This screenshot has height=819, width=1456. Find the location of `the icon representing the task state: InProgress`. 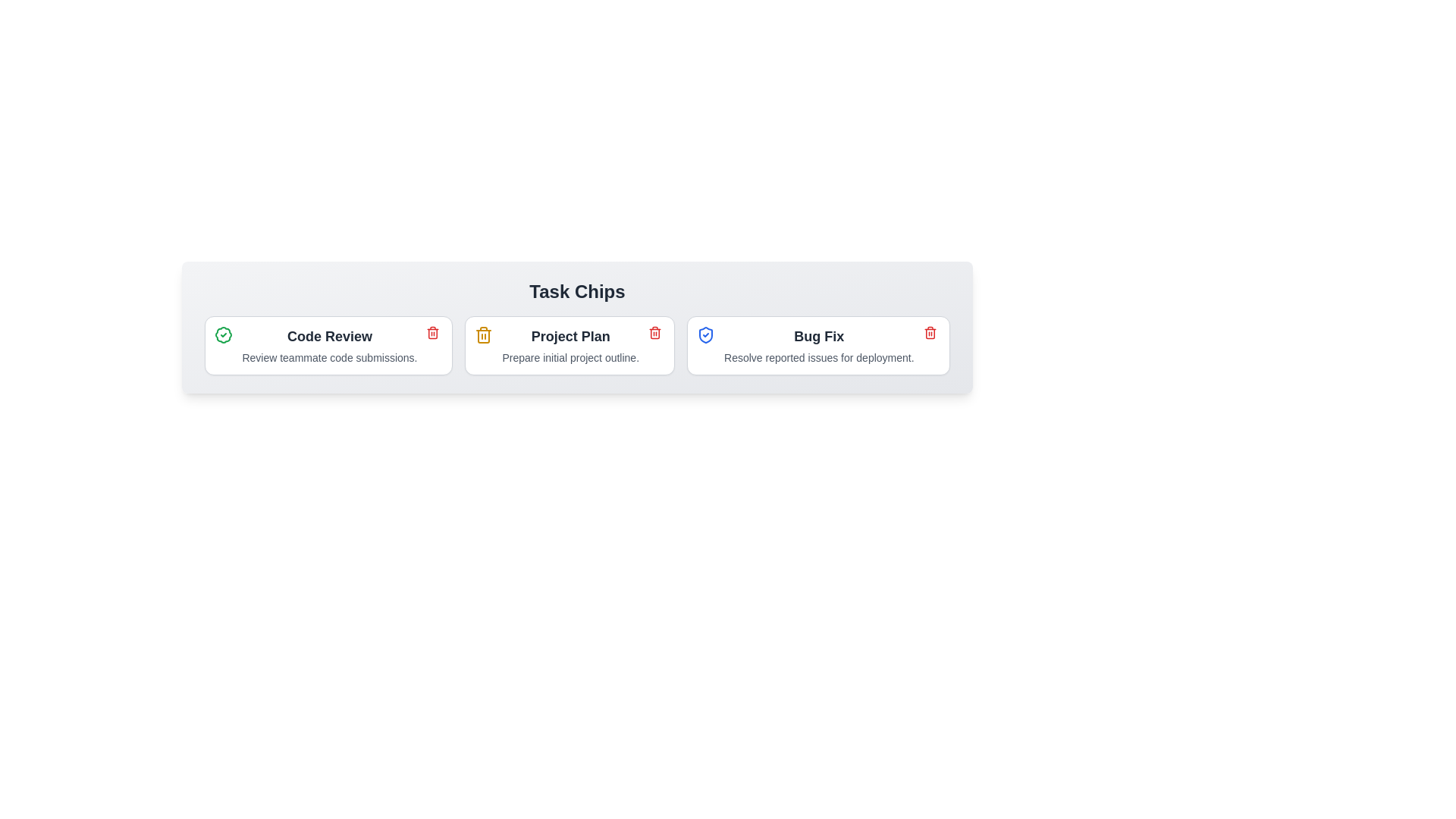

the icon representing the task state: InProgress is located at coordinates (705, 334).